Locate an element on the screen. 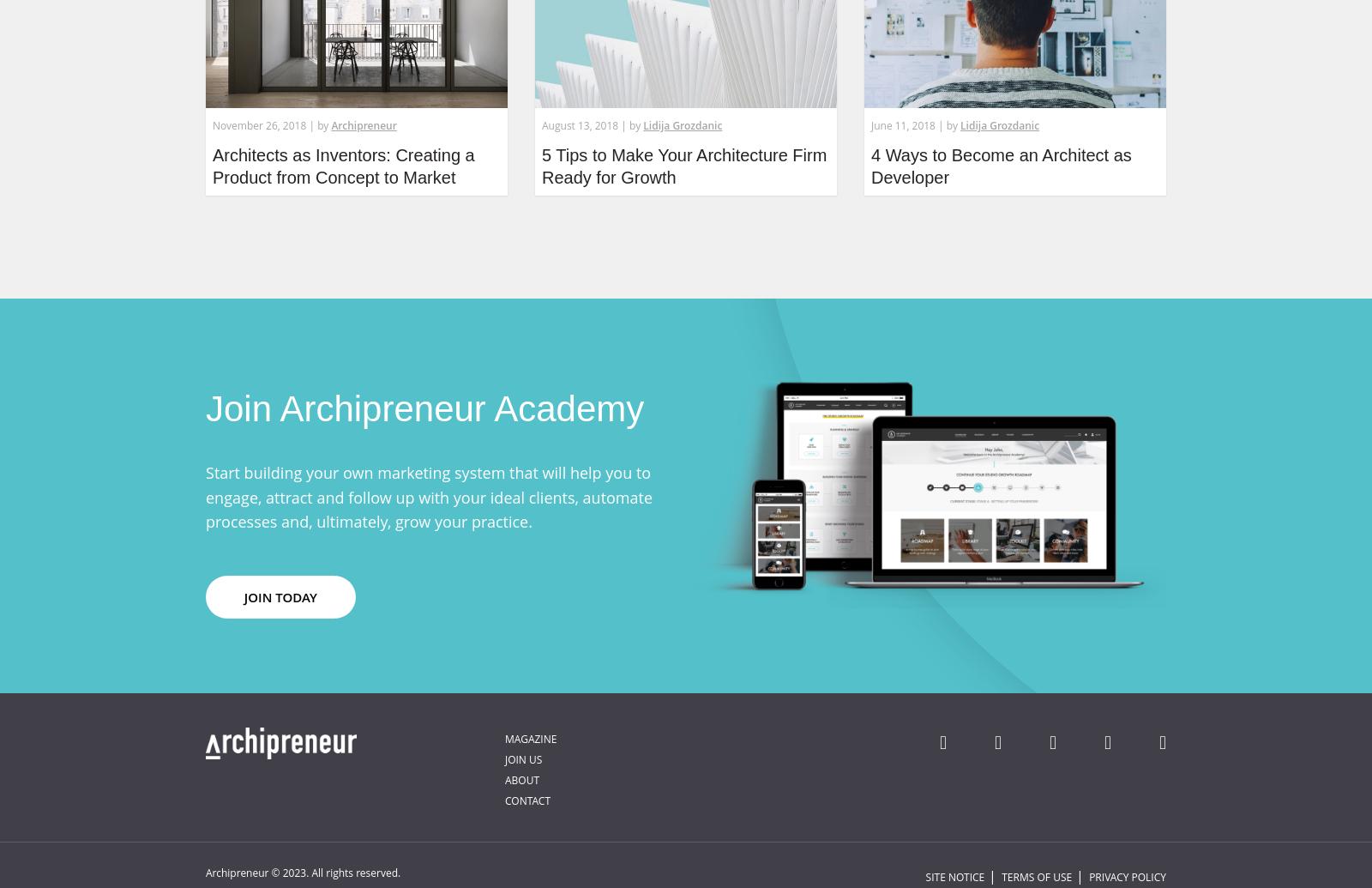 The width and height of the screenshot is (1372, 888). 'Start building your own marketing system that will help you to engage, attract and follow up with your ideal clients, automate processes and, ultimately, grow your practice.' is located at coordinates (428, 495).